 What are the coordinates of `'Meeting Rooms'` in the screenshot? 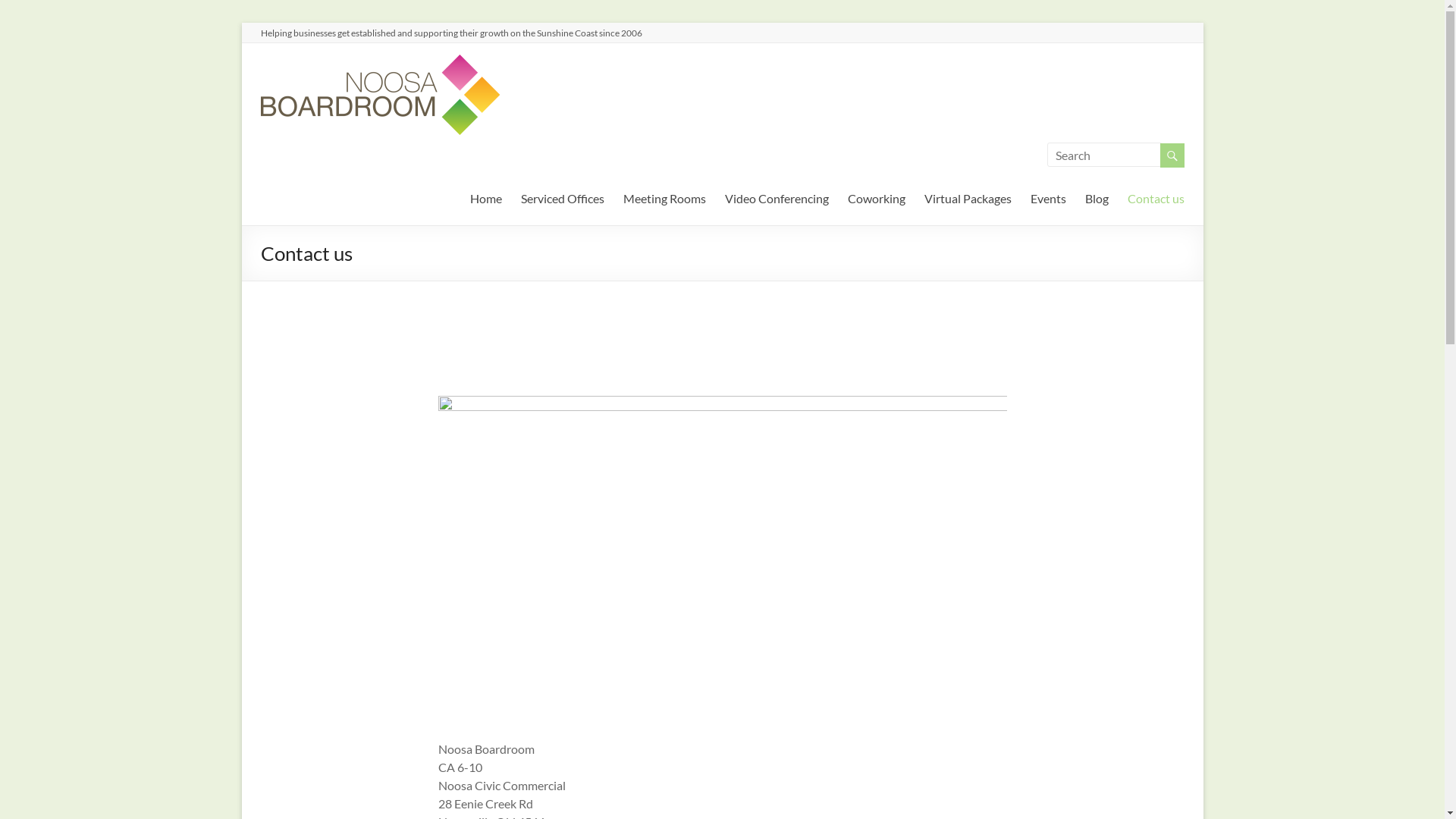 It's located at (664, 195).